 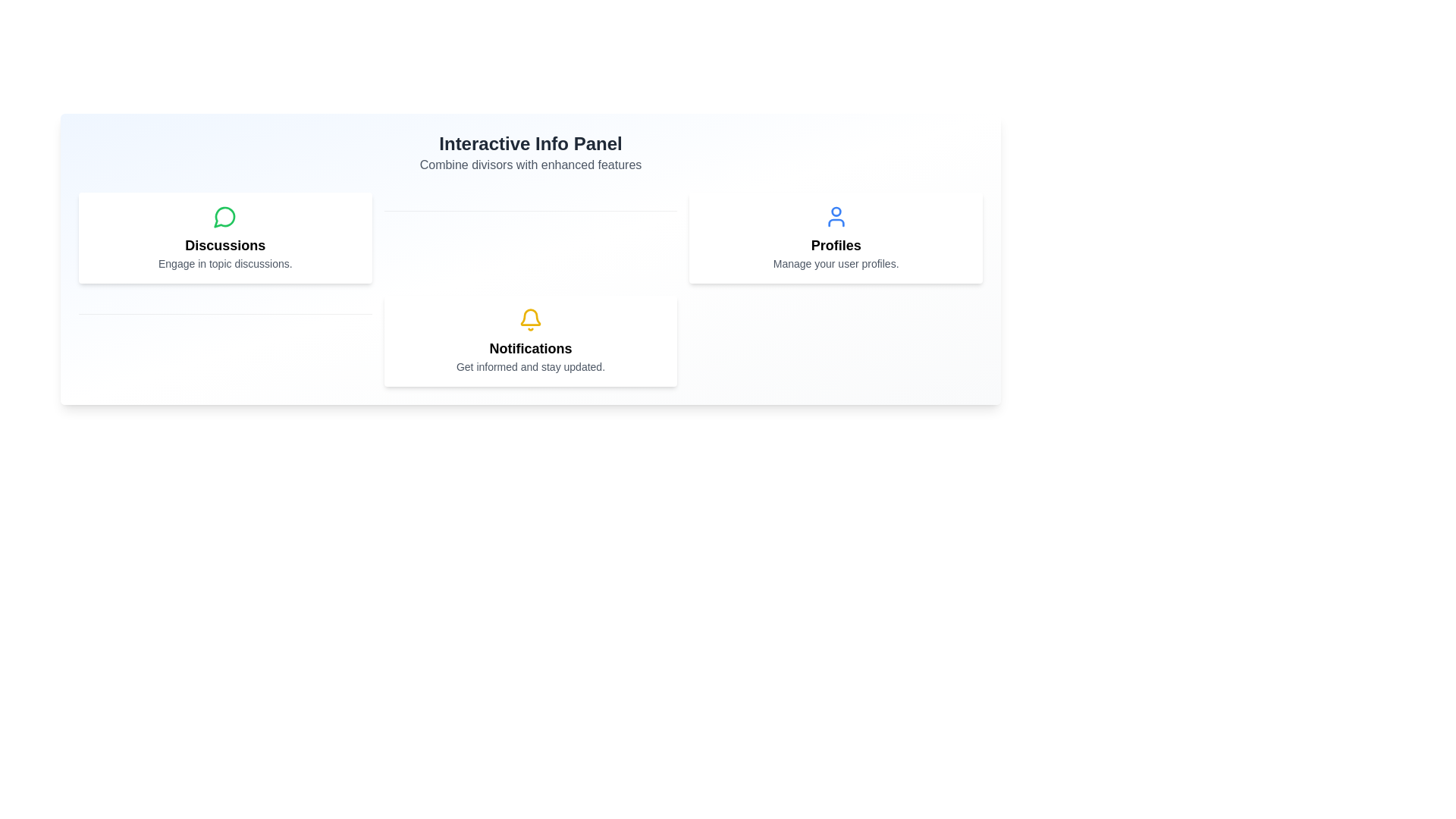 What do you see at coordinates (224, 341) in the screenshot?
I see `the Horizontal Divider that visually separates the 'Discussions' section from the 'Notifications' section, located directly below 'Discussions'` at bounding box center [224, 341].